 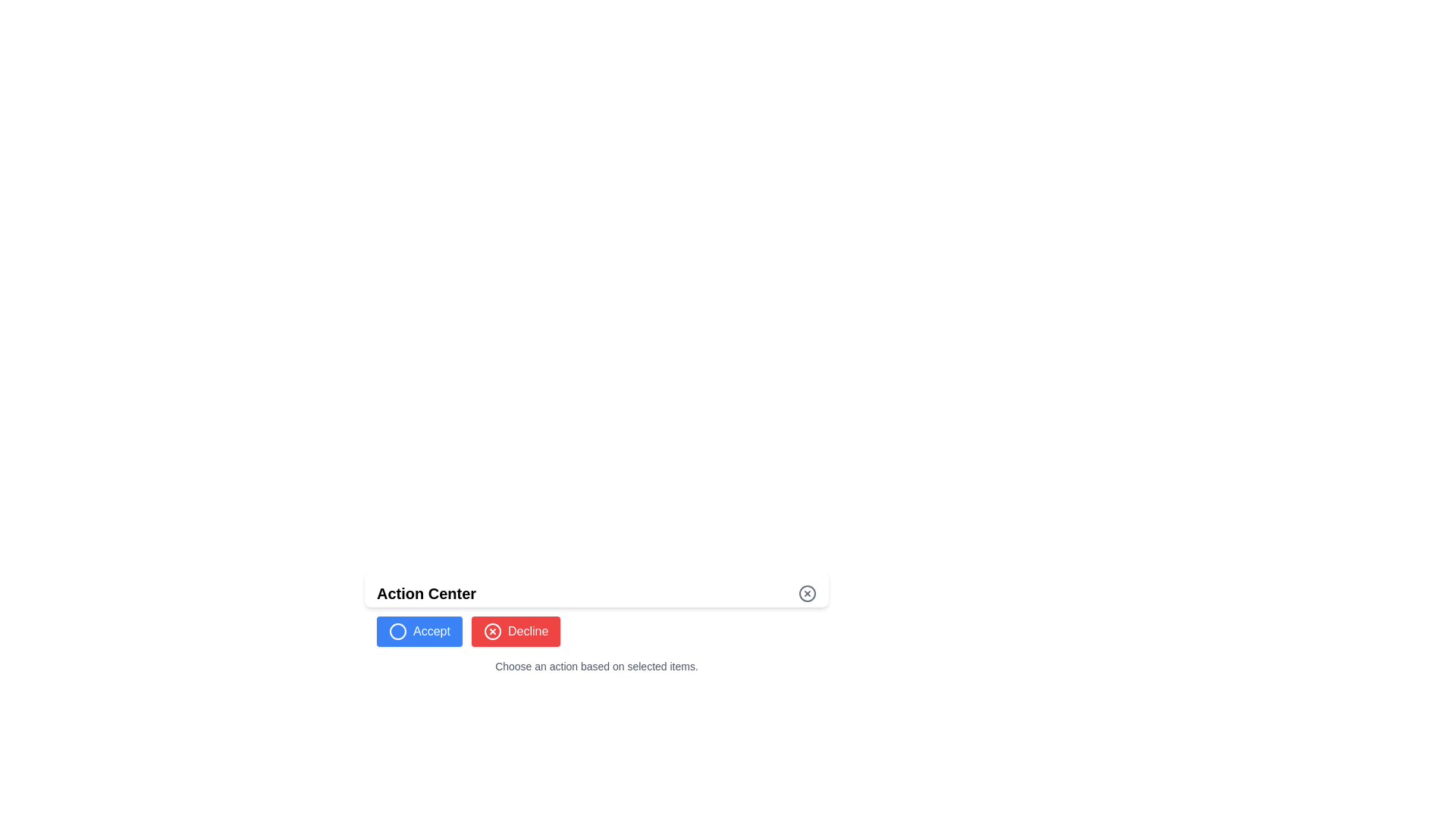 I want to click on the small circular gray button with an 'X' icon located in the top-right corner of the 'Action Center' section, so click(x=807, y=593).